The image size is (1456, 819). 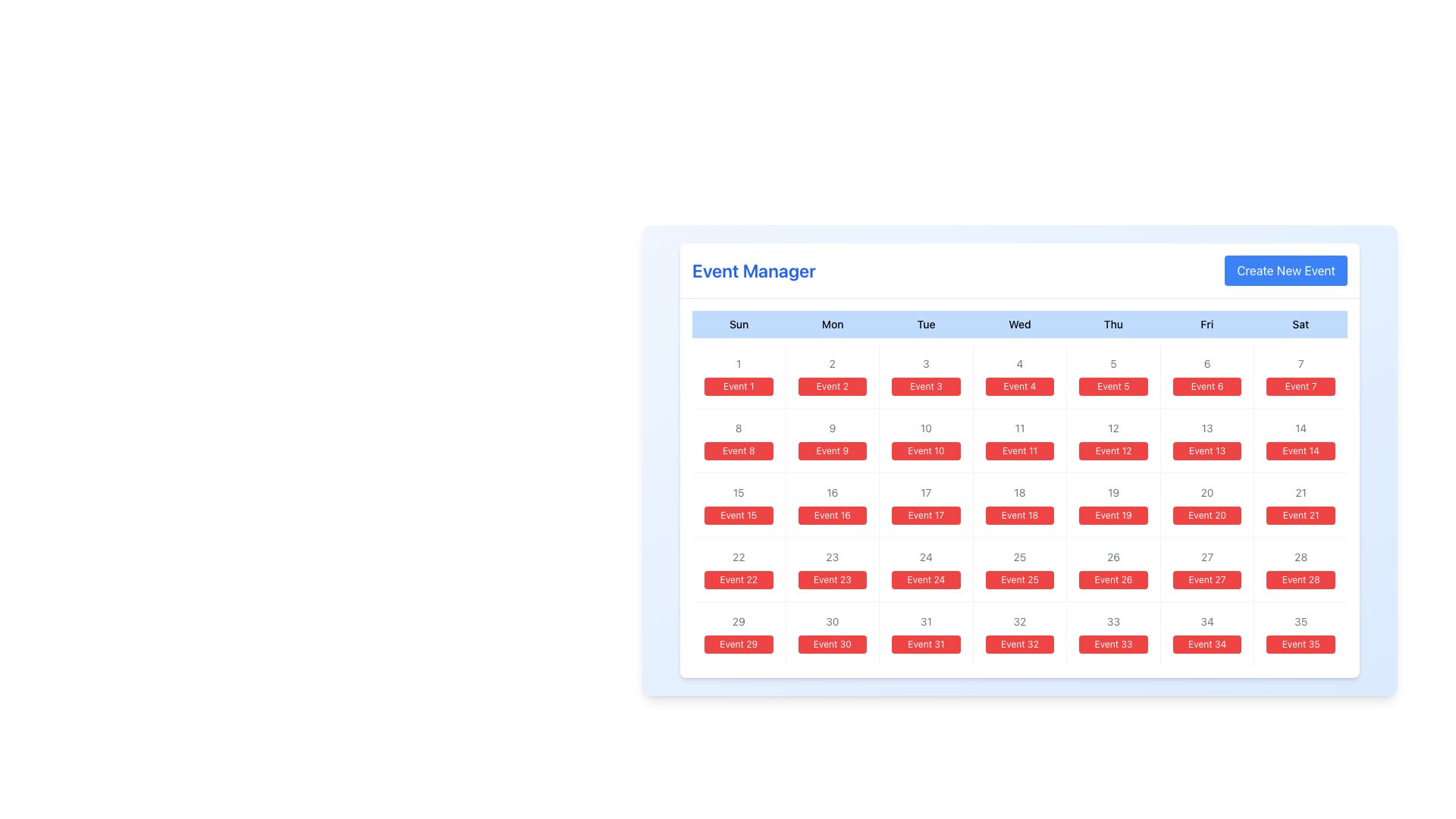 What do you see at coordinates (1300, 634) in the screenshot?
I see `the Button-like grid cell representing 'Event 35' in the last column of the bottommost row` at bounding box center [1300, 634].